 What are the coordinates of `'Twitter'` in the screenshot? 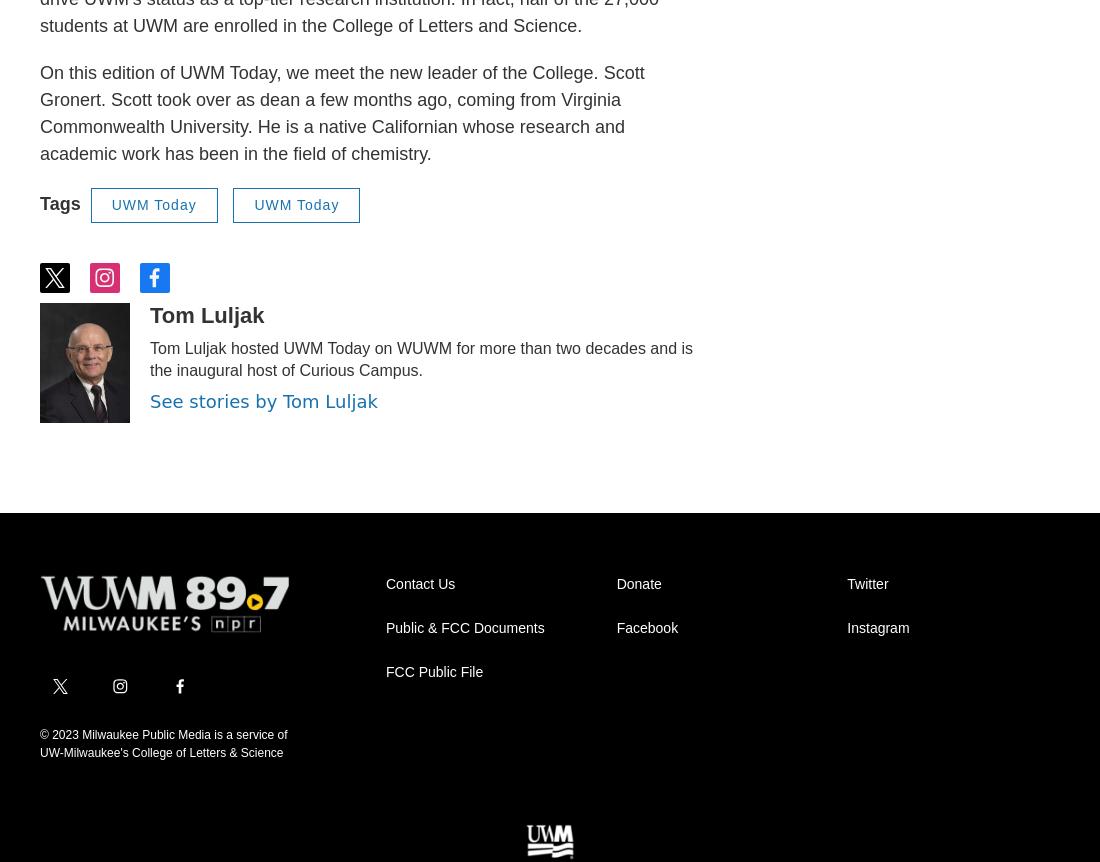 It's located at (866, 582).